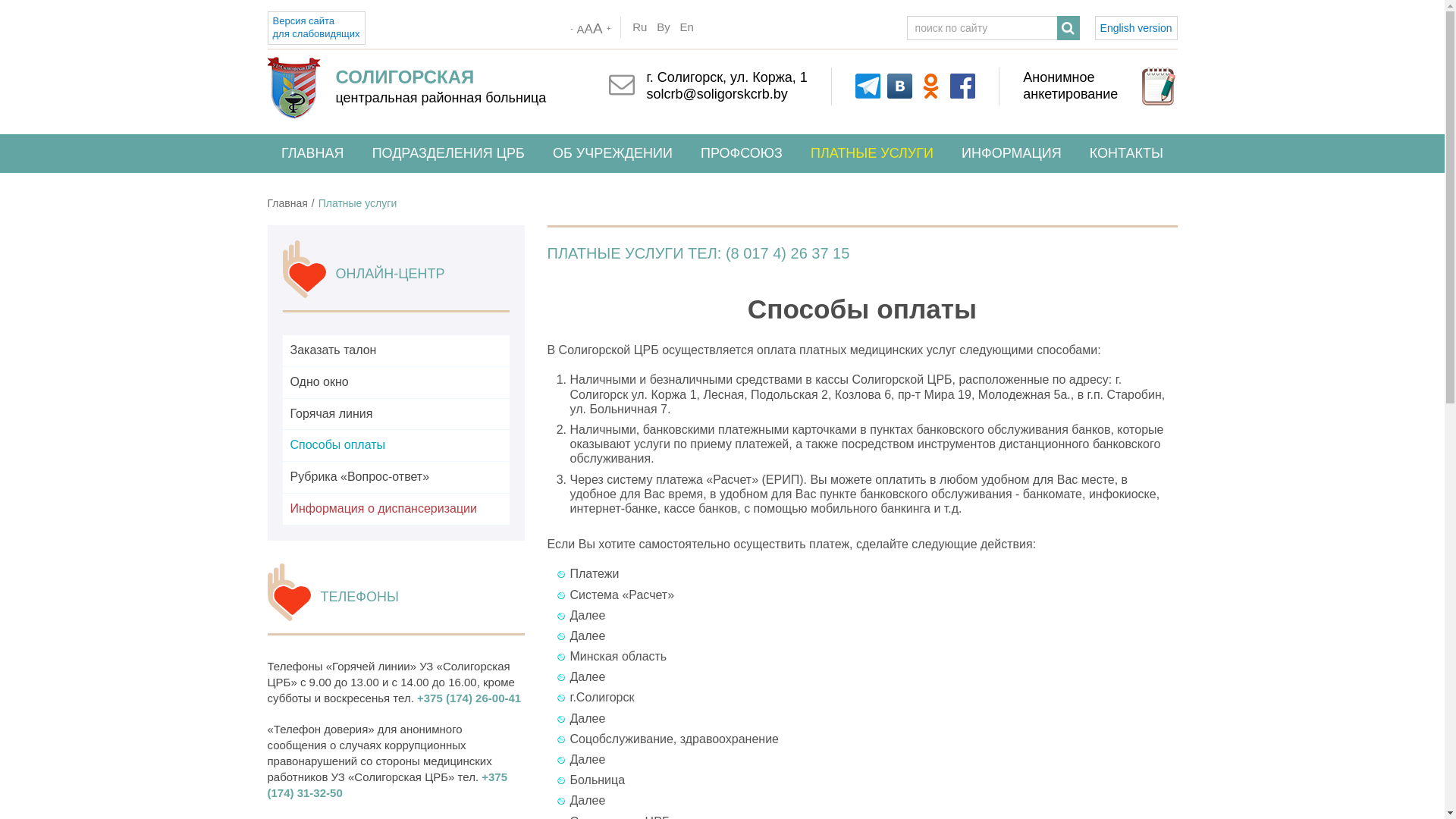 This screenshot has height=819, width=1456. I want to click on 'solcrb@soligorskcrb.by', so click(716, 93).